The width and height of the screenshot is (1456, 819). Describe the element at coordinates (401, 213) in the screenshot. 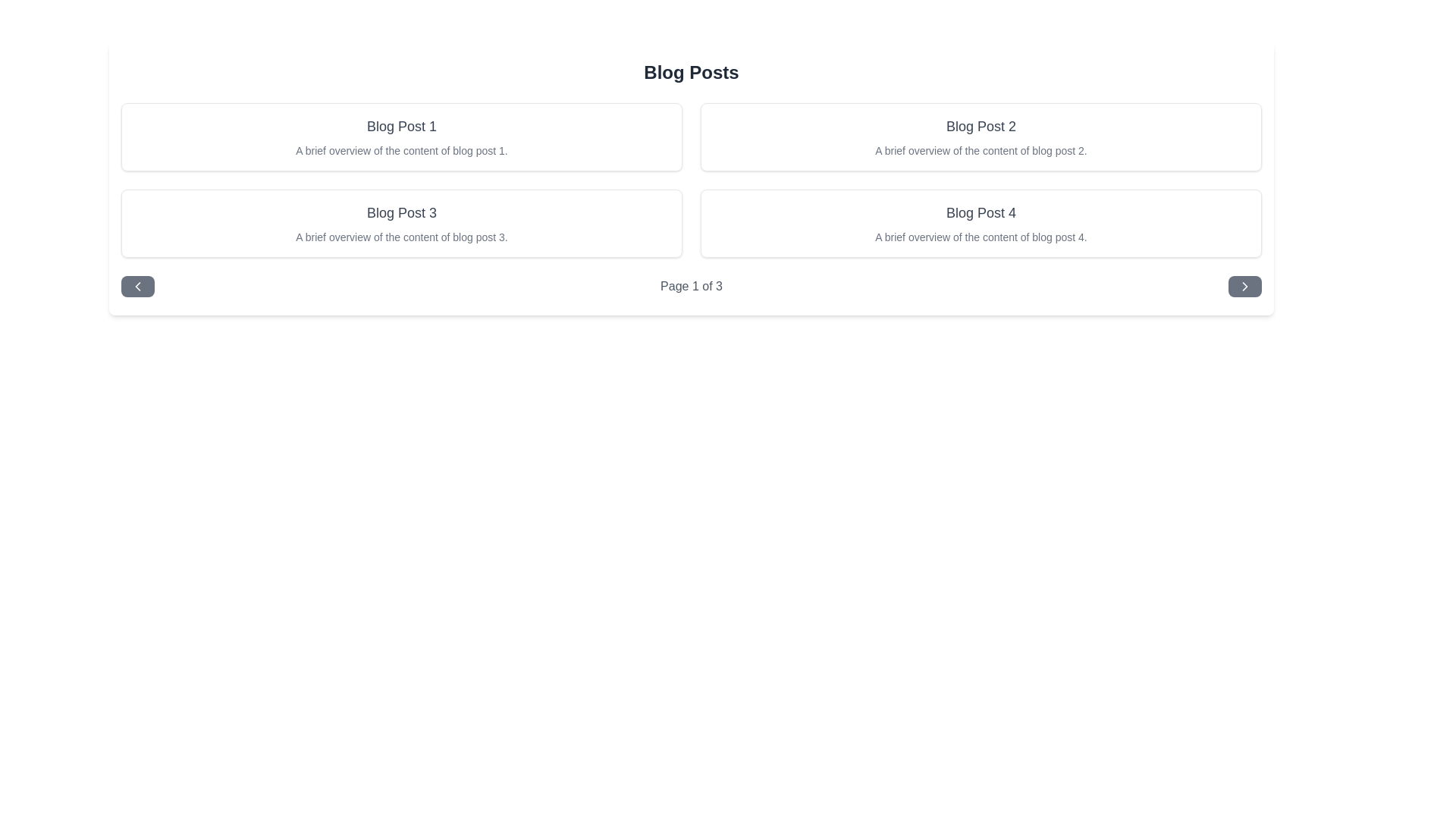

I see `on the bold title text of the blog post located inside the rounded rectangle card in the lower-left quadrant of the grid layout` at that location.